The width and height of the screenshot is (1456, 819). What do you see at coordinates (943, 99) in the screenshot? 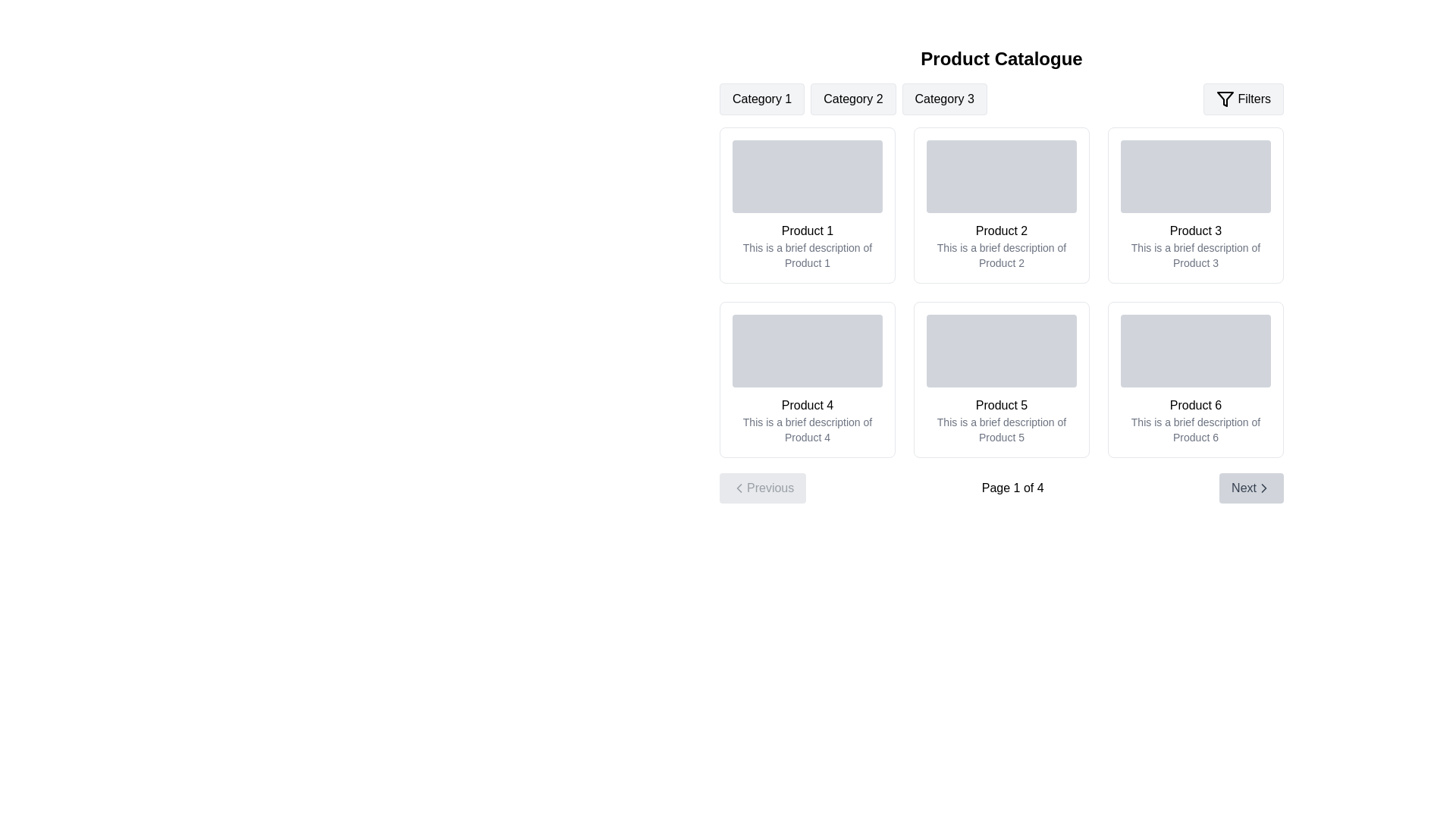
I see `the 'Category 3' tab button styled with a light gray background and bold black text to trigger hover effects` at bounding box center [943, 99].